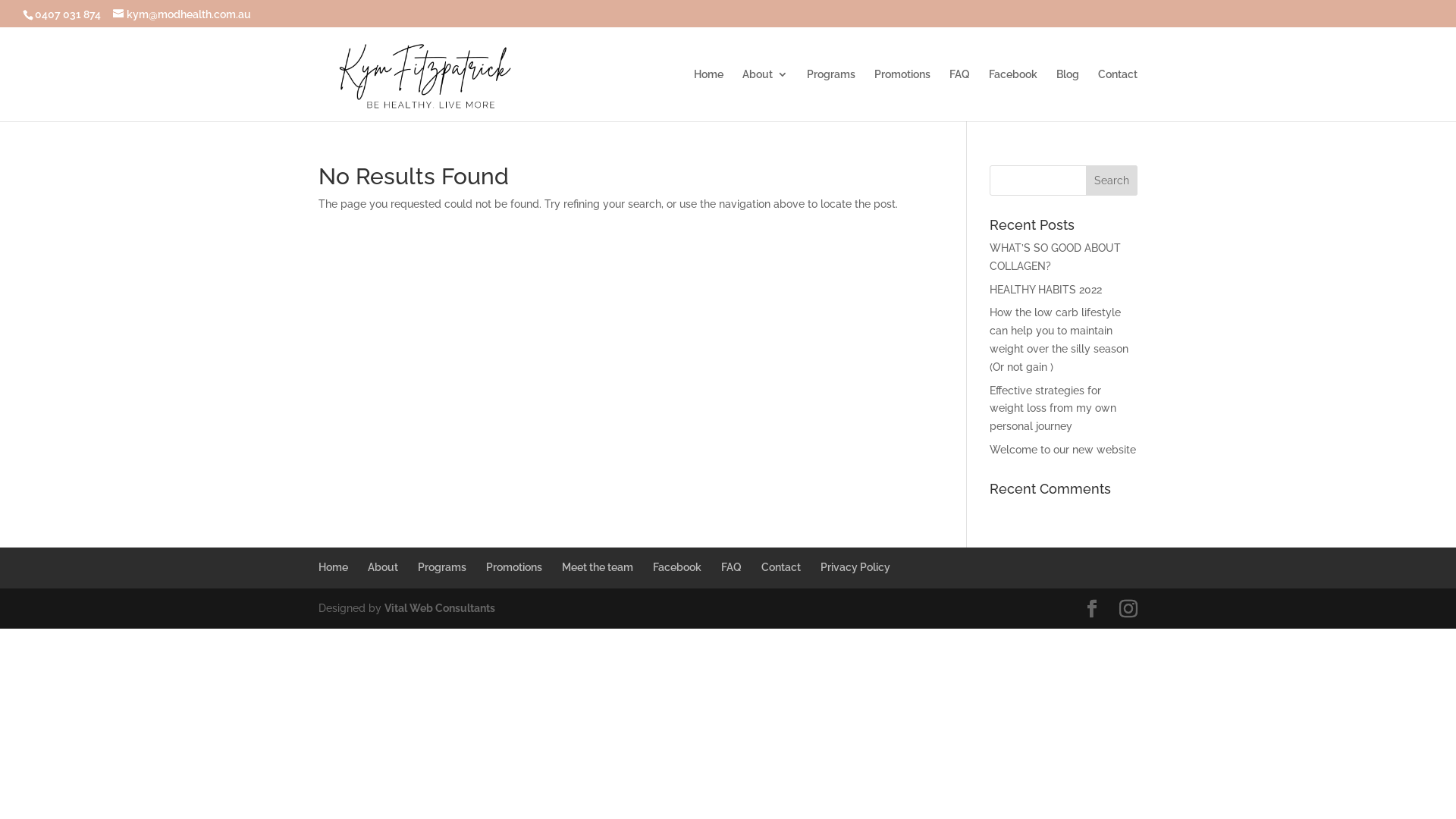  What do you see at coordinates (1111, 180) in the screenshot?
I see `'Search'` at bounding box center [1111, 180].